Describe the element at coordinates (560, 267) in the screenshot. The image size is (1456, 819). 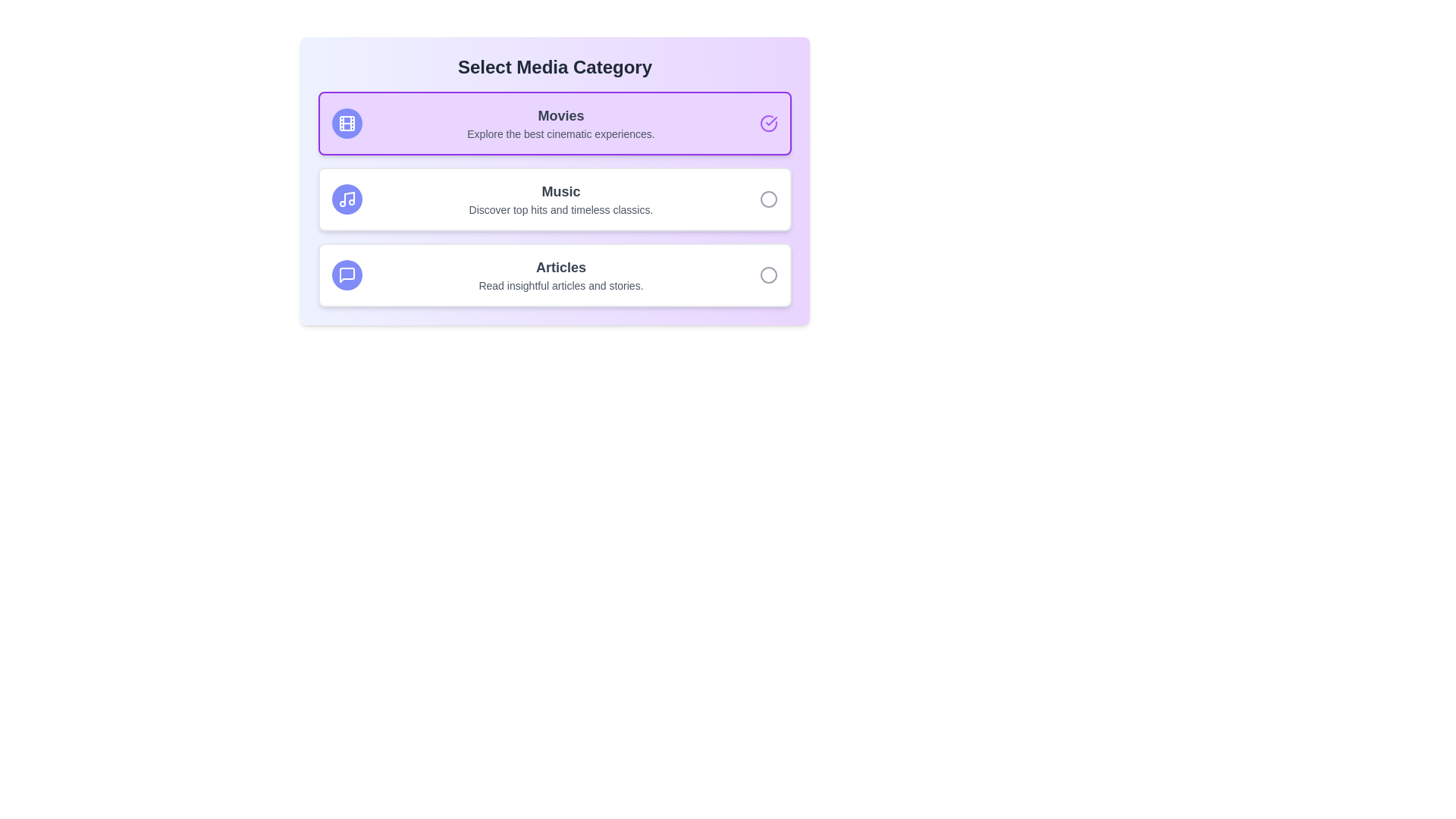
I see `the header text label styled as 'Articles', which is bold and gray, located at the bottom of the media categories list` at that location.